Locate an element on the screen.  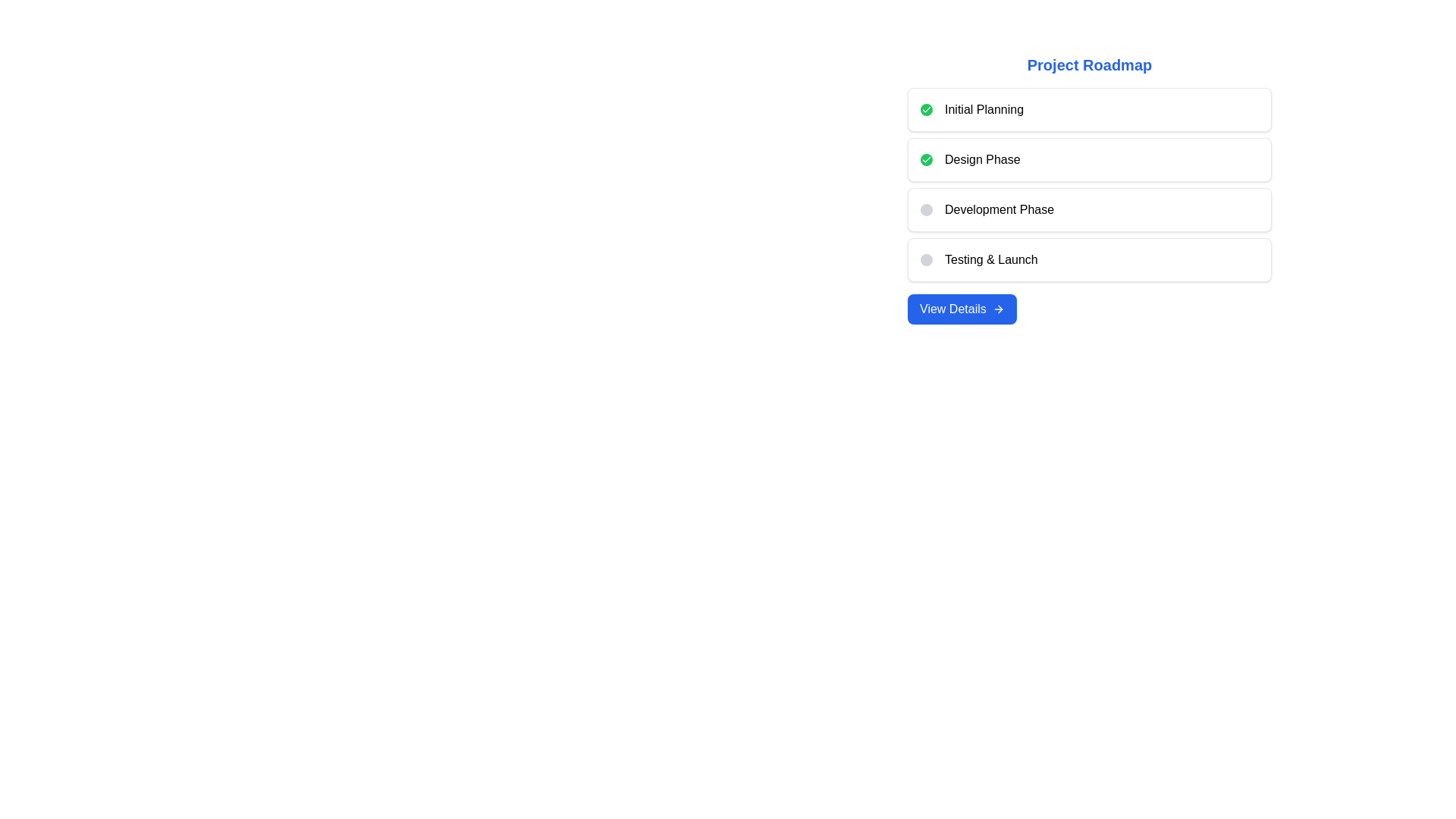
the rectangular button with a blue background and 'View Details' text, located at the bottom of the 'Project Roadmap' section for visual feedback is located at coordinates (961, 309).